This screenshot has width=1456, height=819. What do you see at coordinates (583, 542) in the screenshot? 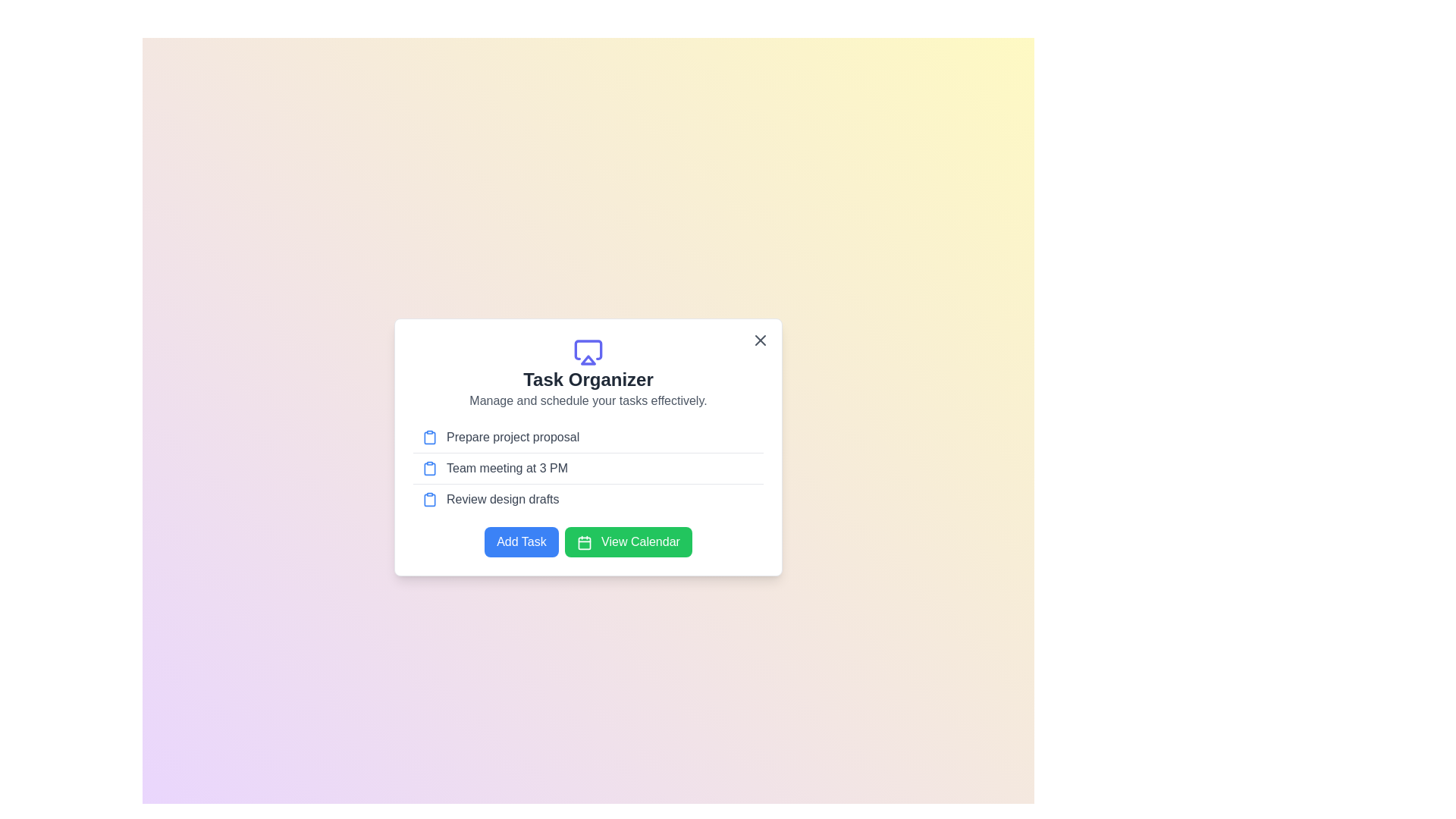
I see `the rectangular shape with rounded corners inside the calendar icon located within the 'View Calendar' button at the bottom right of the interface` at bounding box center [583, 542].